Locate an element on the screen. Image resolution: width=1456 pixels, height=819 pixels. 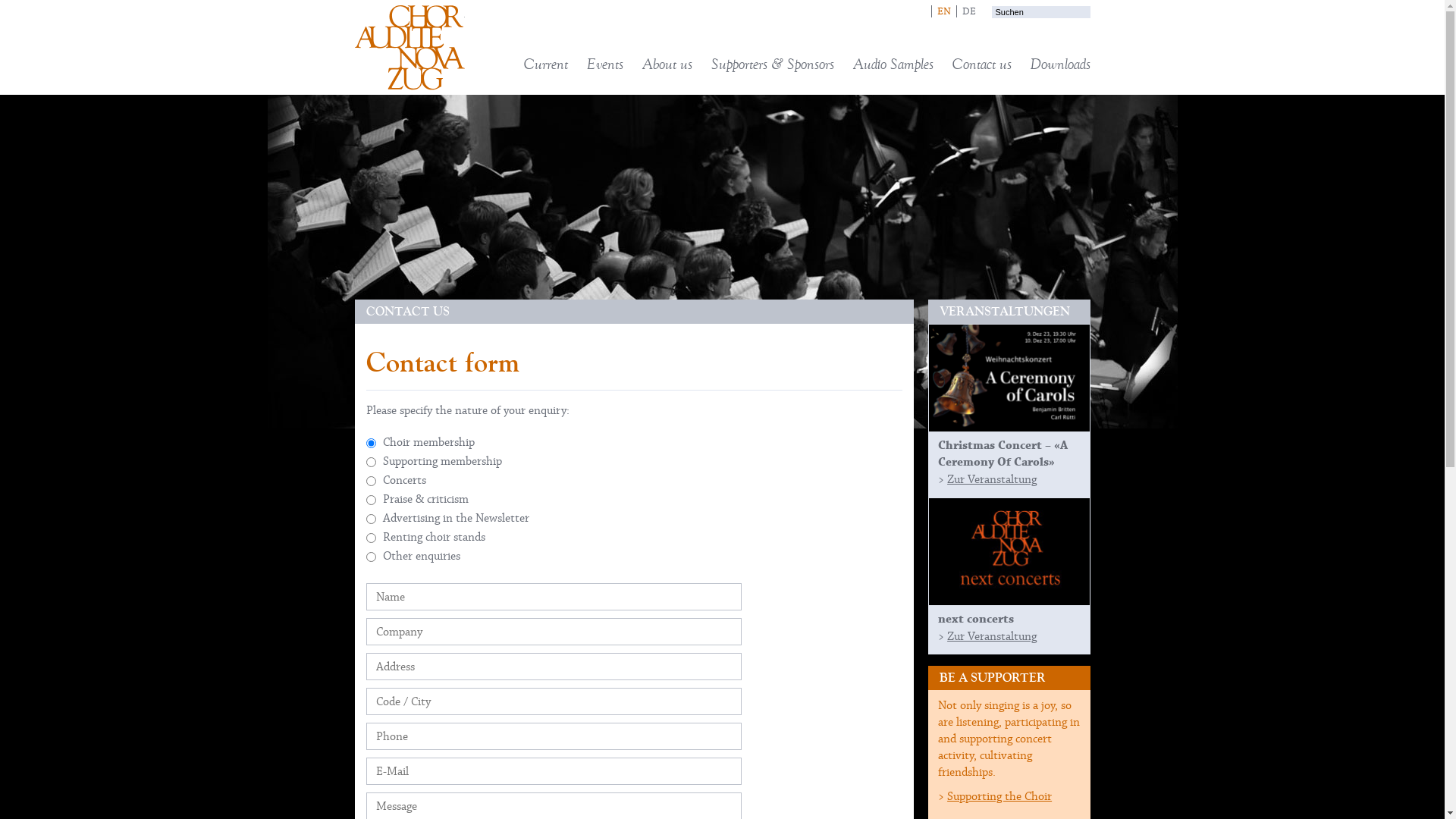
'Events' is located at coordinates (585, 63).